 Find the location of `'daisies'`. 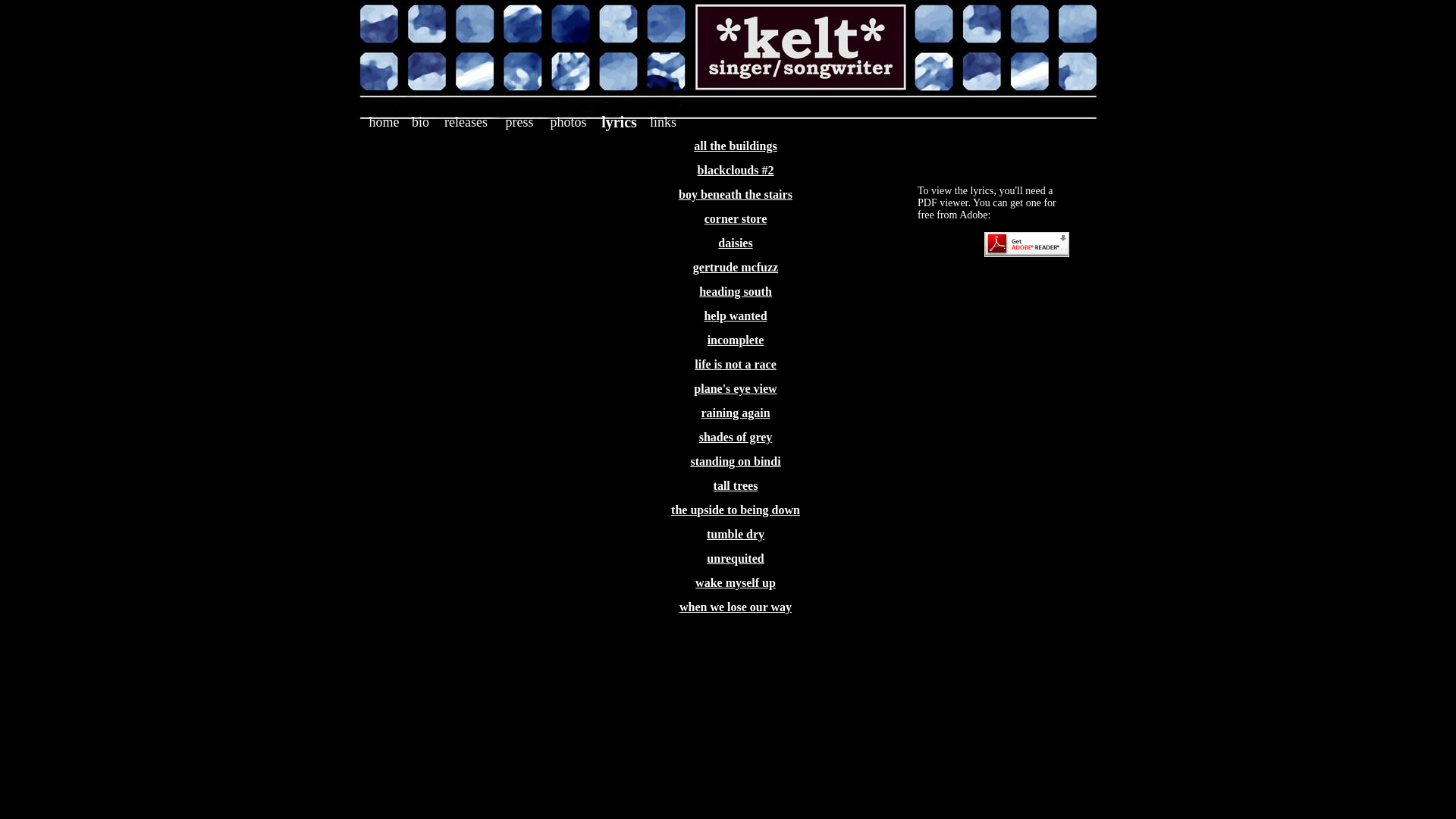

'daisies' is located at coordinates (735, 242).